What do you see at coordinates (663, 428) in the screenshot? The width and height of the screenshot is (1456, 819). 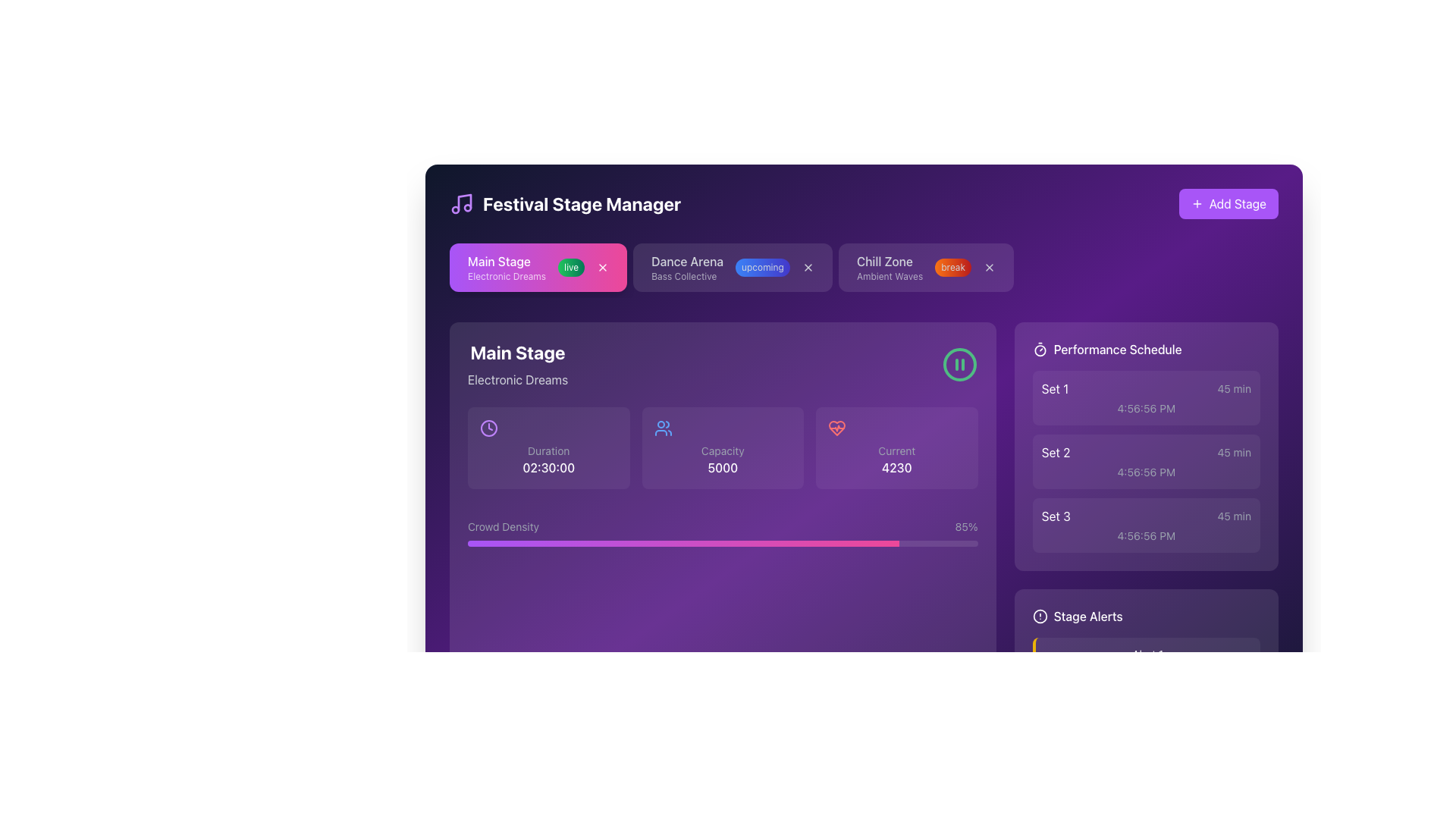 I see `icon representing a group of people, which is light blue and located in the second data card under the 'Main Stage' section, above the numerical value '5000'` at bounding box center [663, 428].